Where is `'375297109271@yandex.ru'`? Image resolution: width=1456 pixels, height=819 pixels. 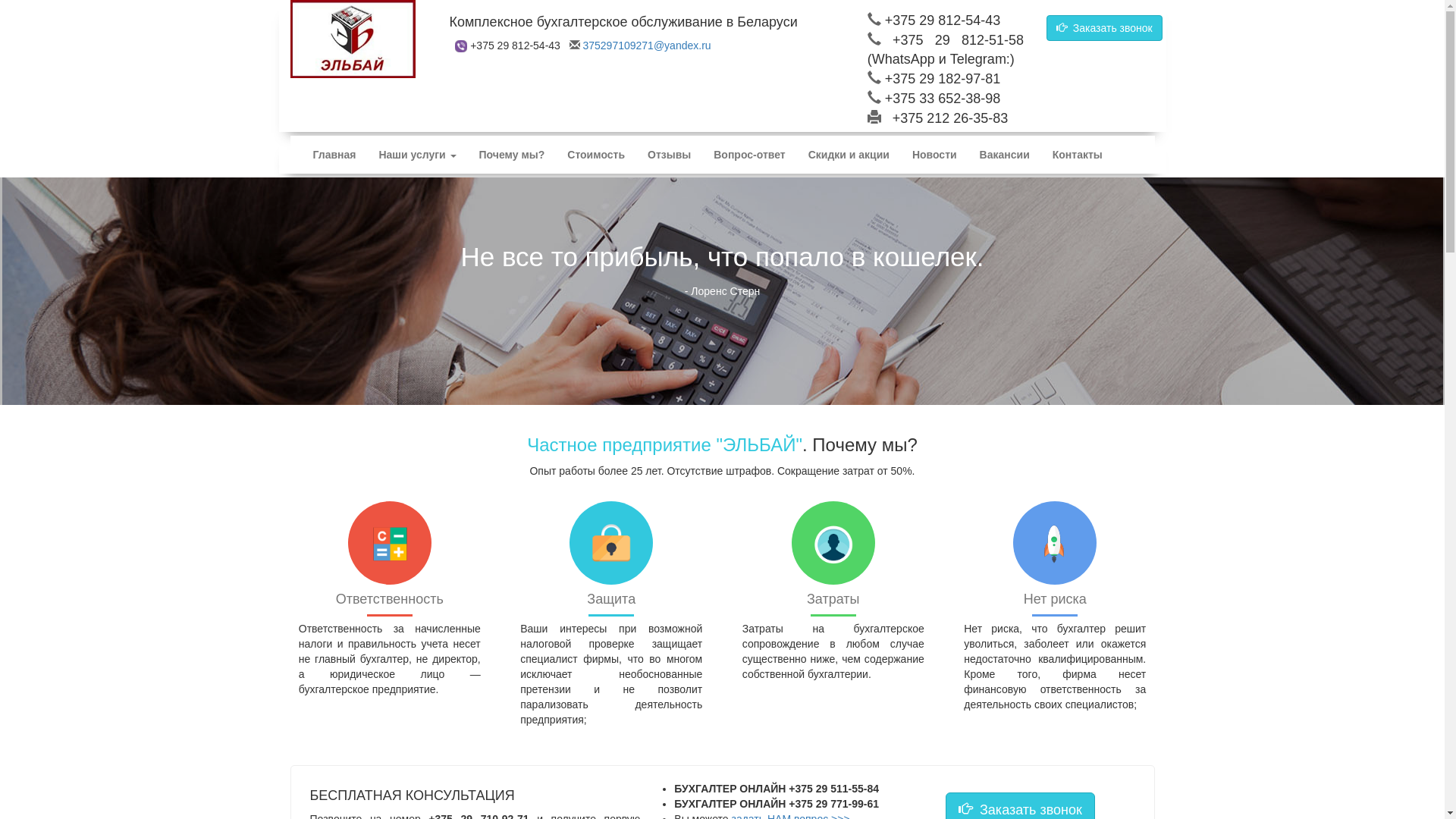 '375297109271@yandex.ru' is located at coordinates (582, 45).